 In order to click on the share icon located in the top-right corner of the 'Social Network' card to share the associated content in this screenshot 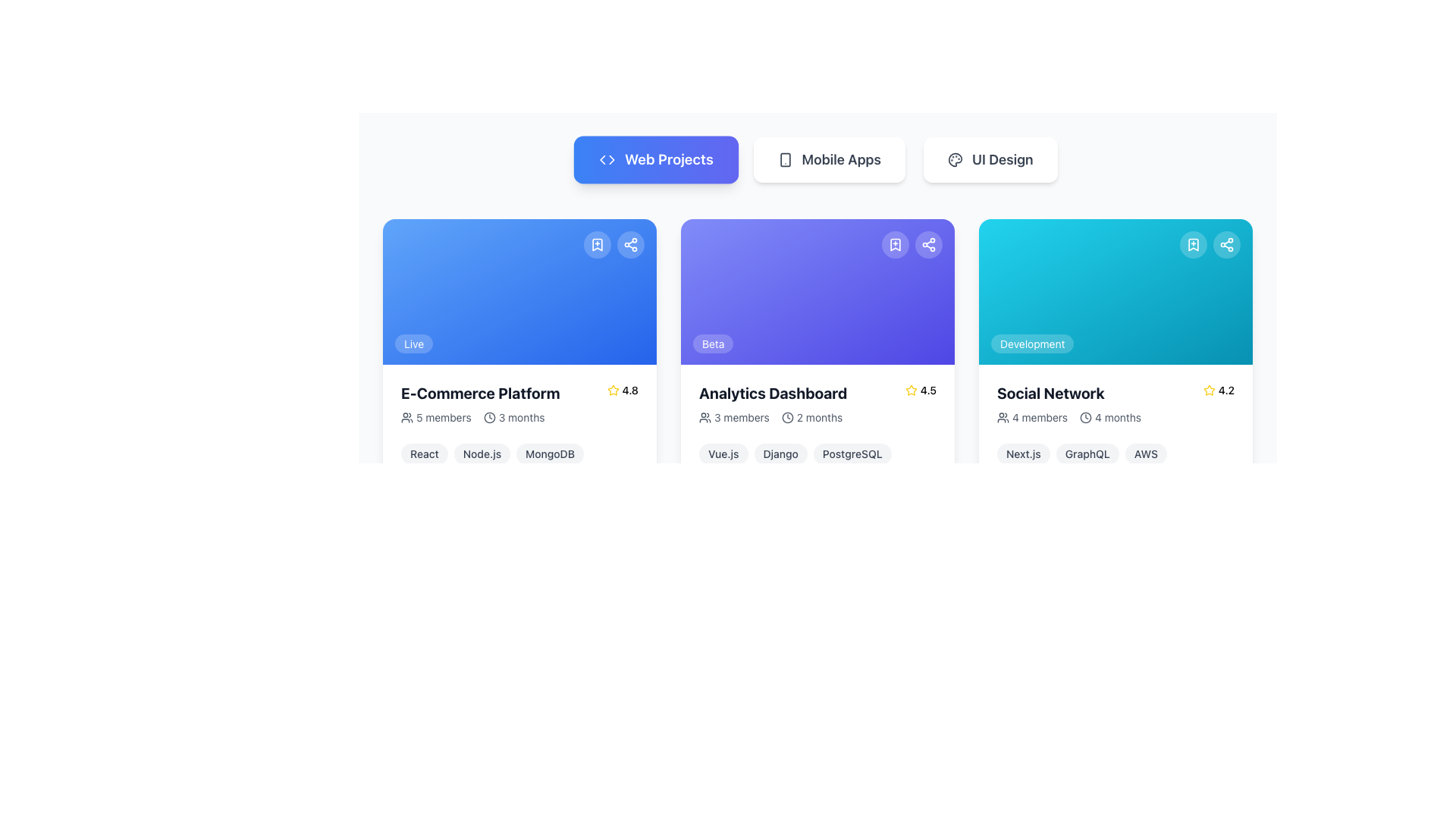, I will do `click(1226, 244)`.